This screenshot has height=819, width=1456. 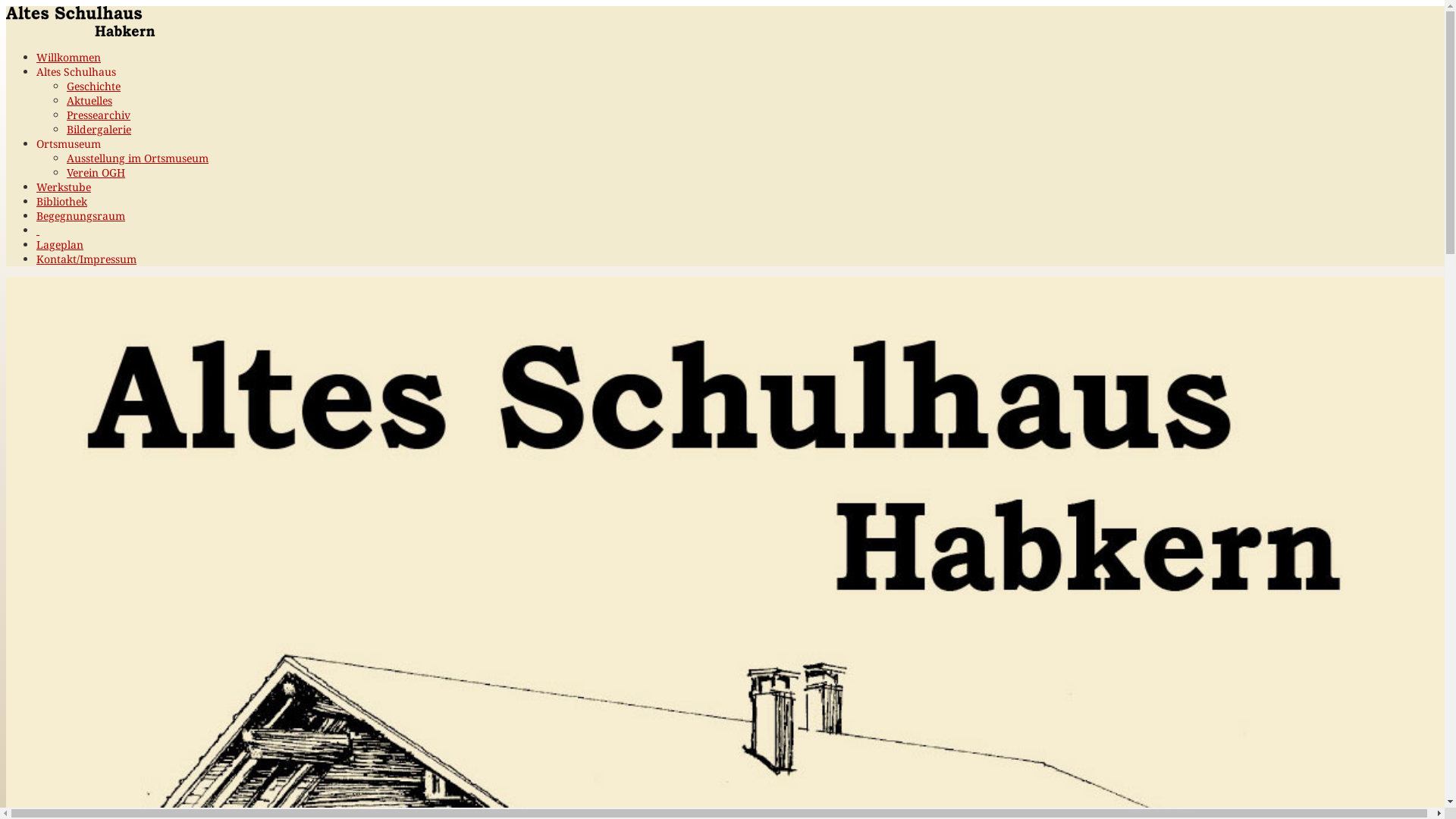 I want to click on 'Werkstube', so click(x=62, y=186).